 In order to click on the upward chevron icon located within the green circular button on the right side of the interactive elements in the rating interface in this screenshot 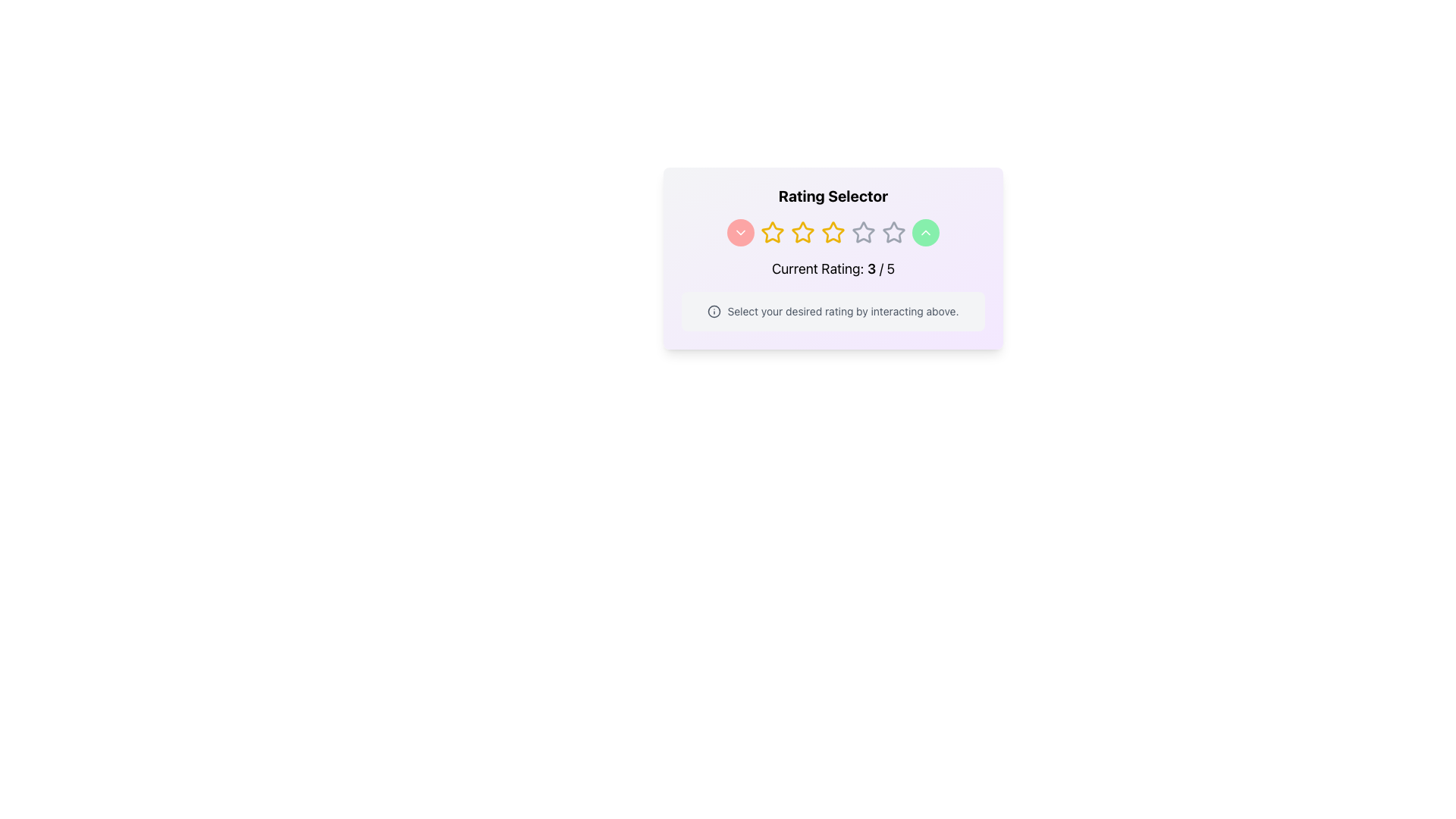, I will do `click(924, 233)`.